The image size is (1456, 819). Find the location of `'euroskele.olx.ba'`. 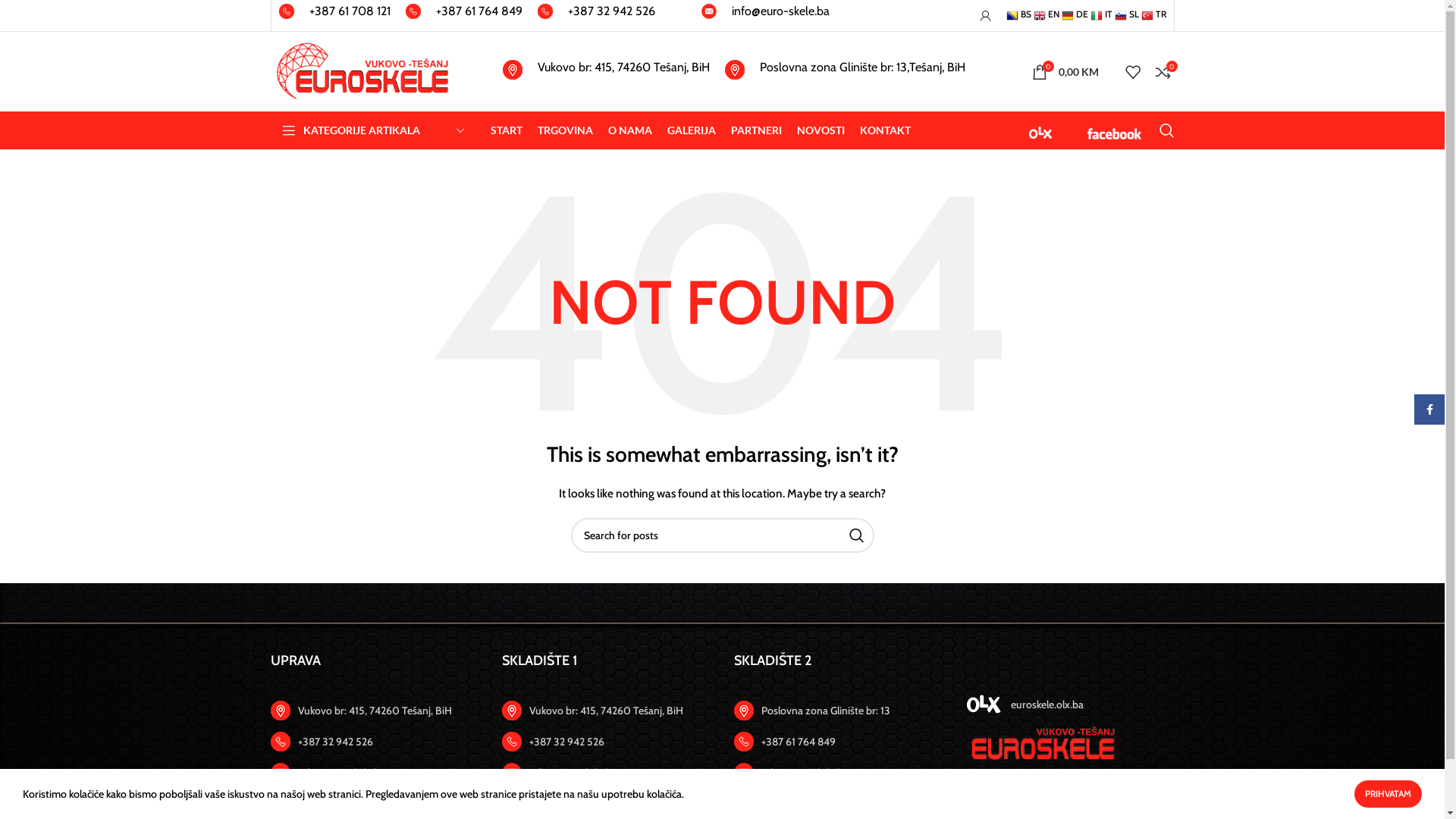

'euroskele.olx.ba' is located at coordinates (1069, 704).